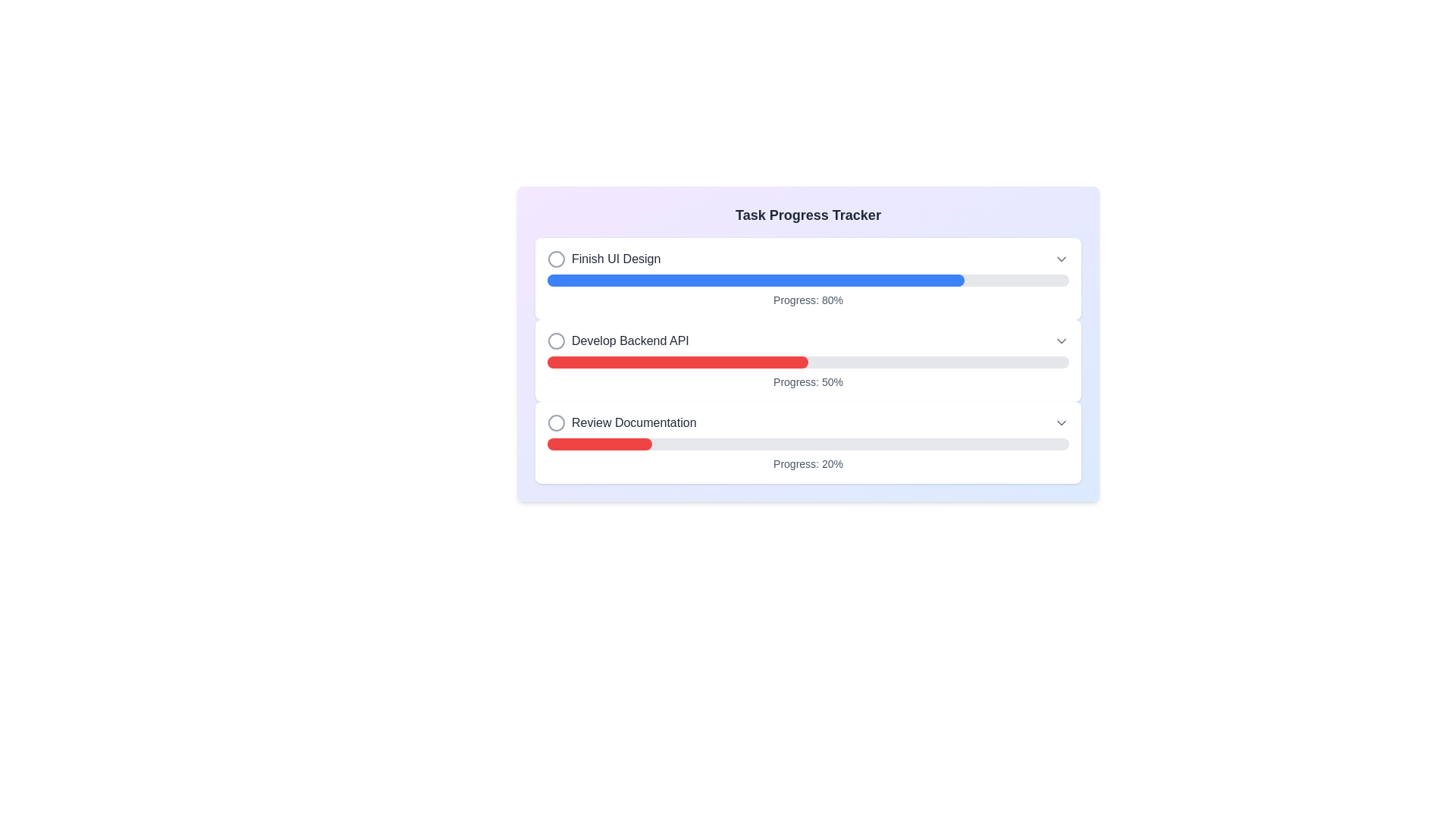 The height and width of the screenshot is (819, 1456). What do you see at coordinates (756, 281) in the screenshot?
I see `the blue progress bar segment that is 80% filled under the task labeled 'Finish UI Design'` at bounding box center [756, 281].